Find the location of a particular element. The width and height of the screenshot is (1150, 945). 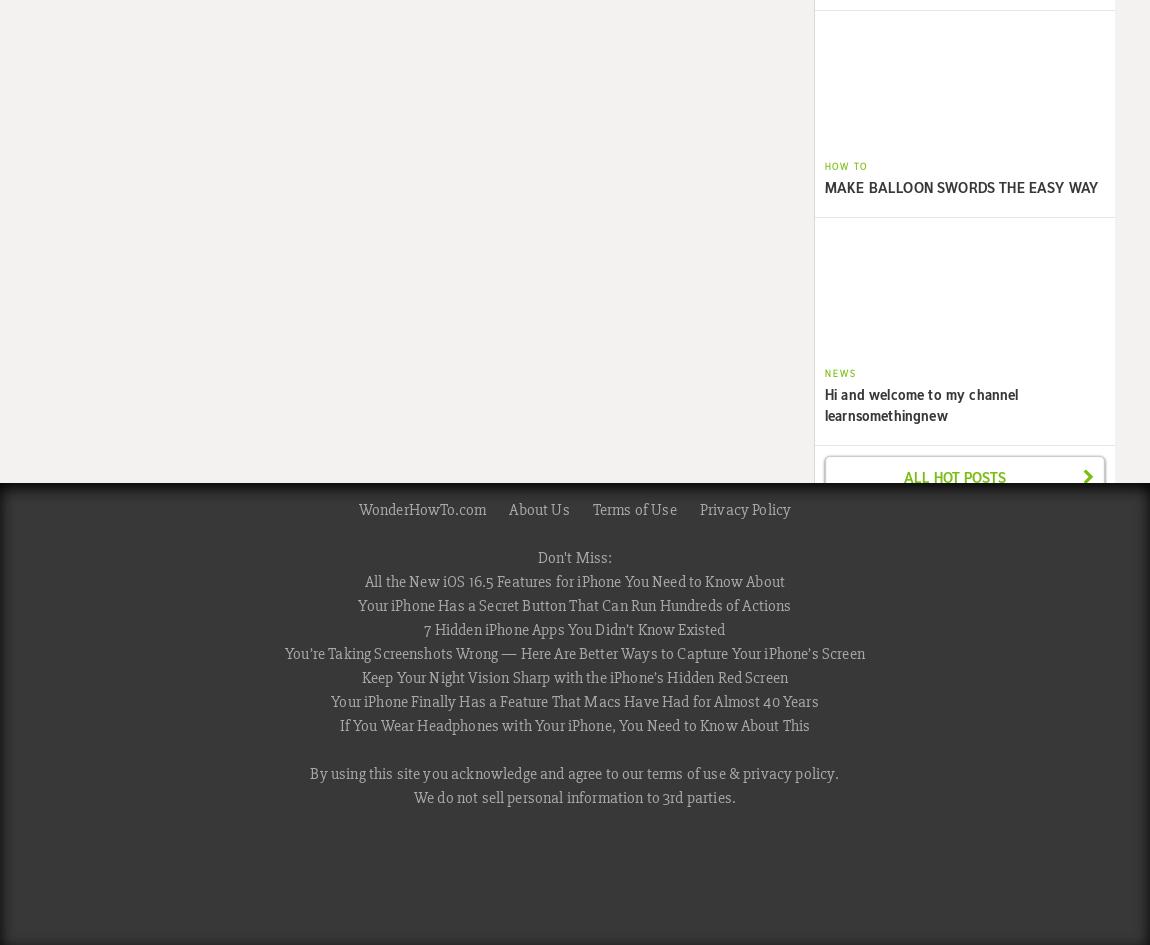

'&' is located at coordinates (733, 772).